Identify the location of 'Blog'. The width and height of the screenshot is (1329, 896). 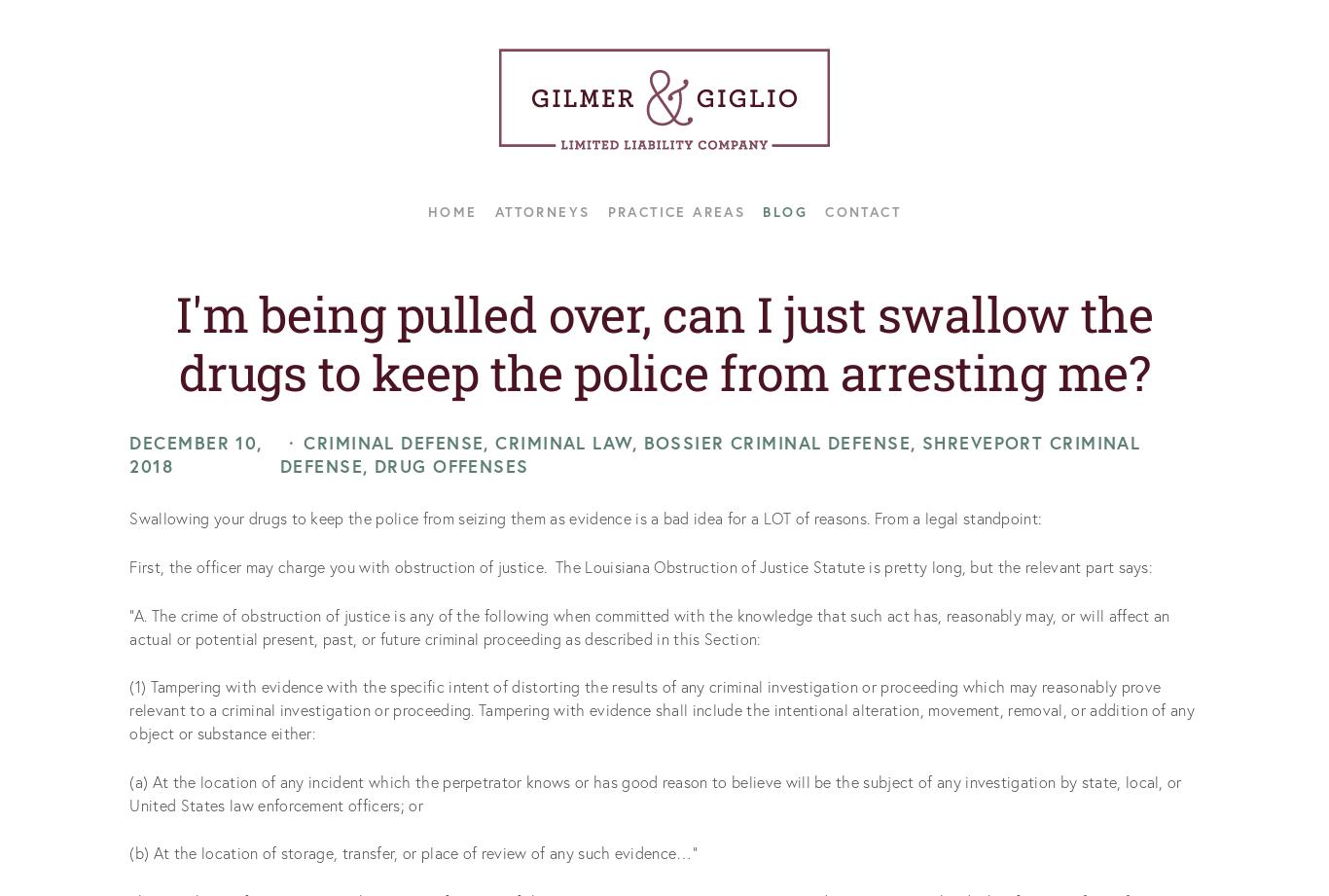
(783, 210).